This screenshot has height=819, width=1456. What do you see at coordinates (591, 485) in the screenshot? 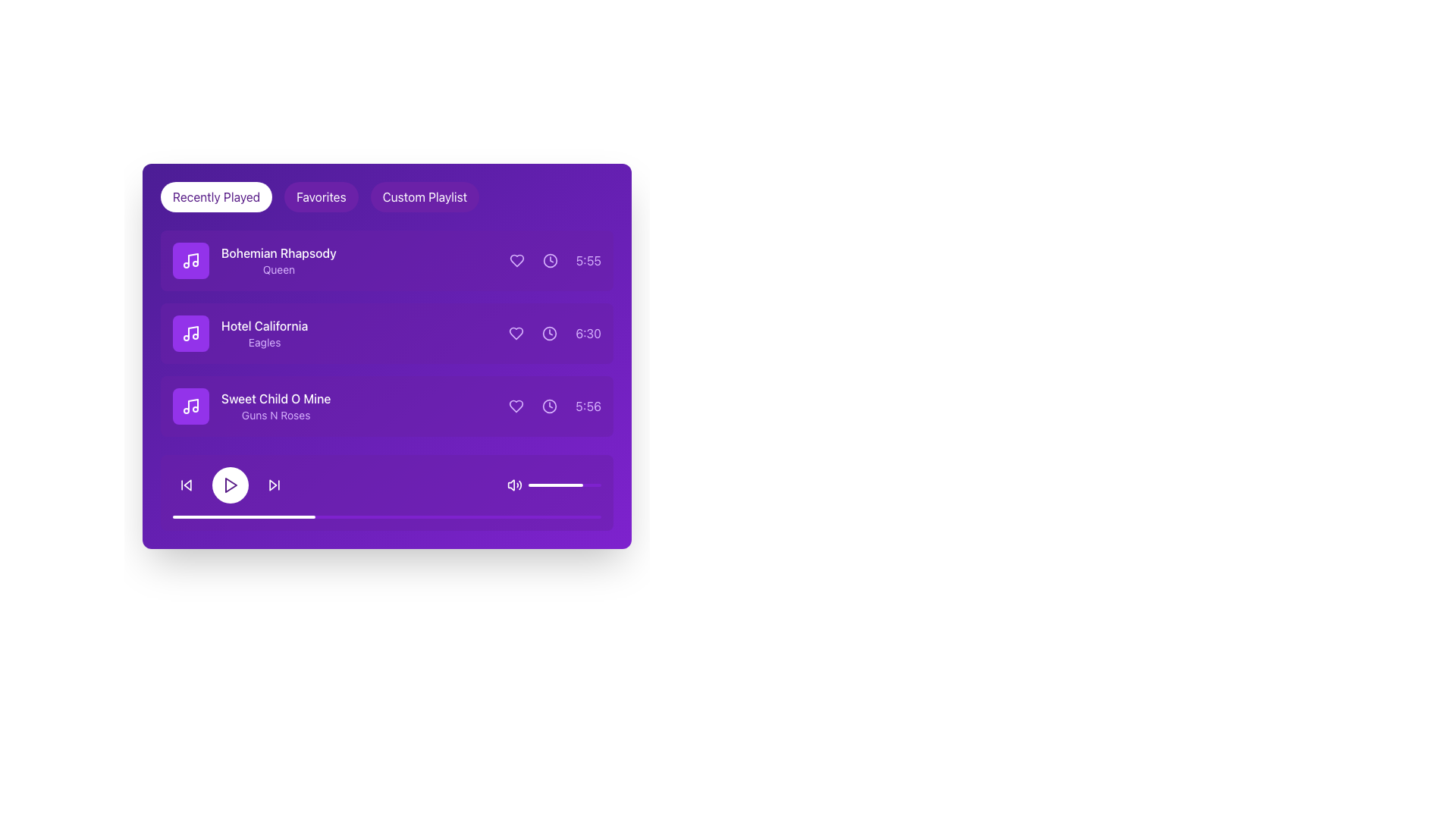
I see `the volume level` at bounding box center [591, 485].